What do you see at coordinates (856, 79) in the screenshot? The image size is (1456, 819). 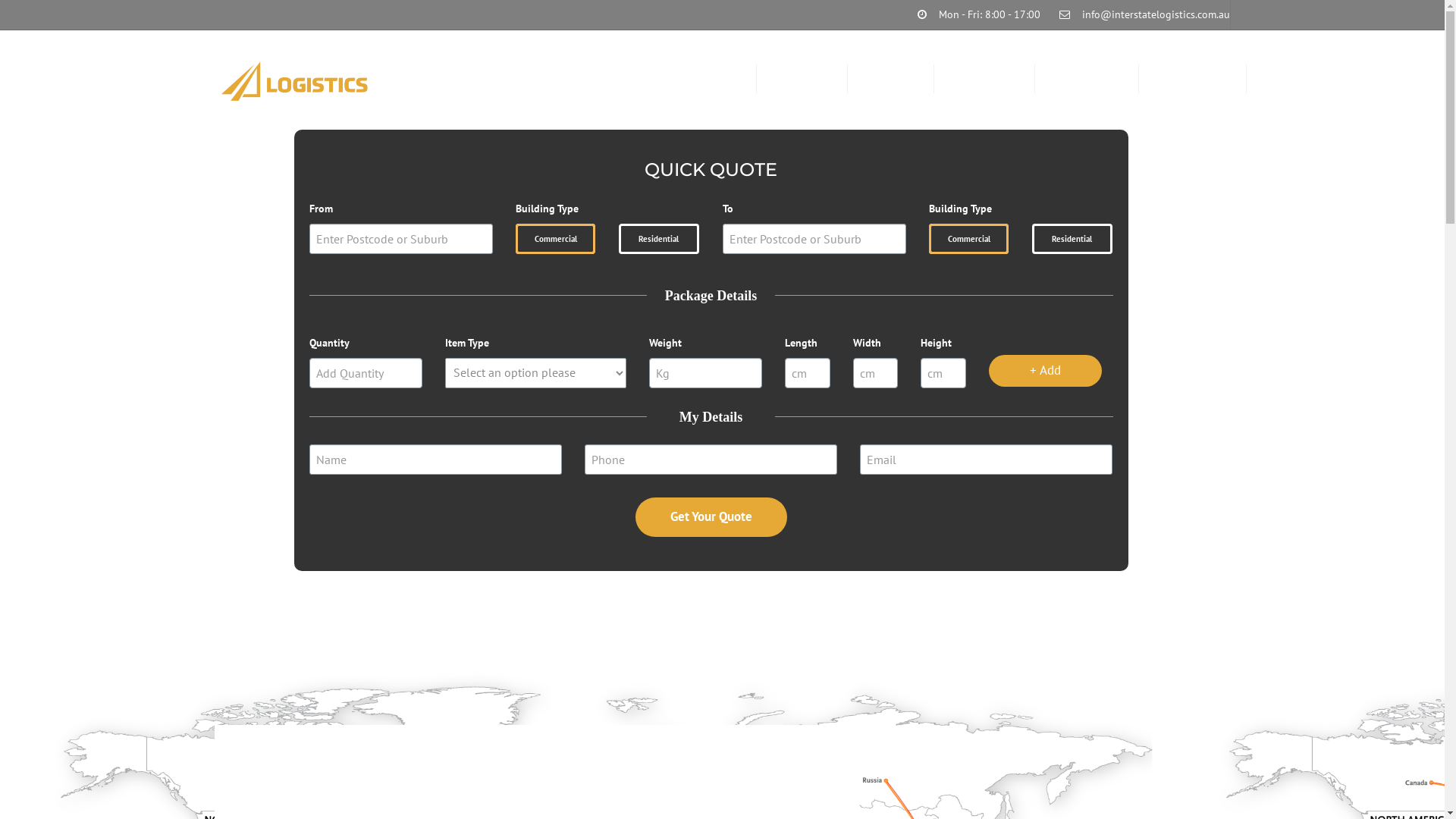 I see `'SERVICES'` at bounding box center [856, 79].